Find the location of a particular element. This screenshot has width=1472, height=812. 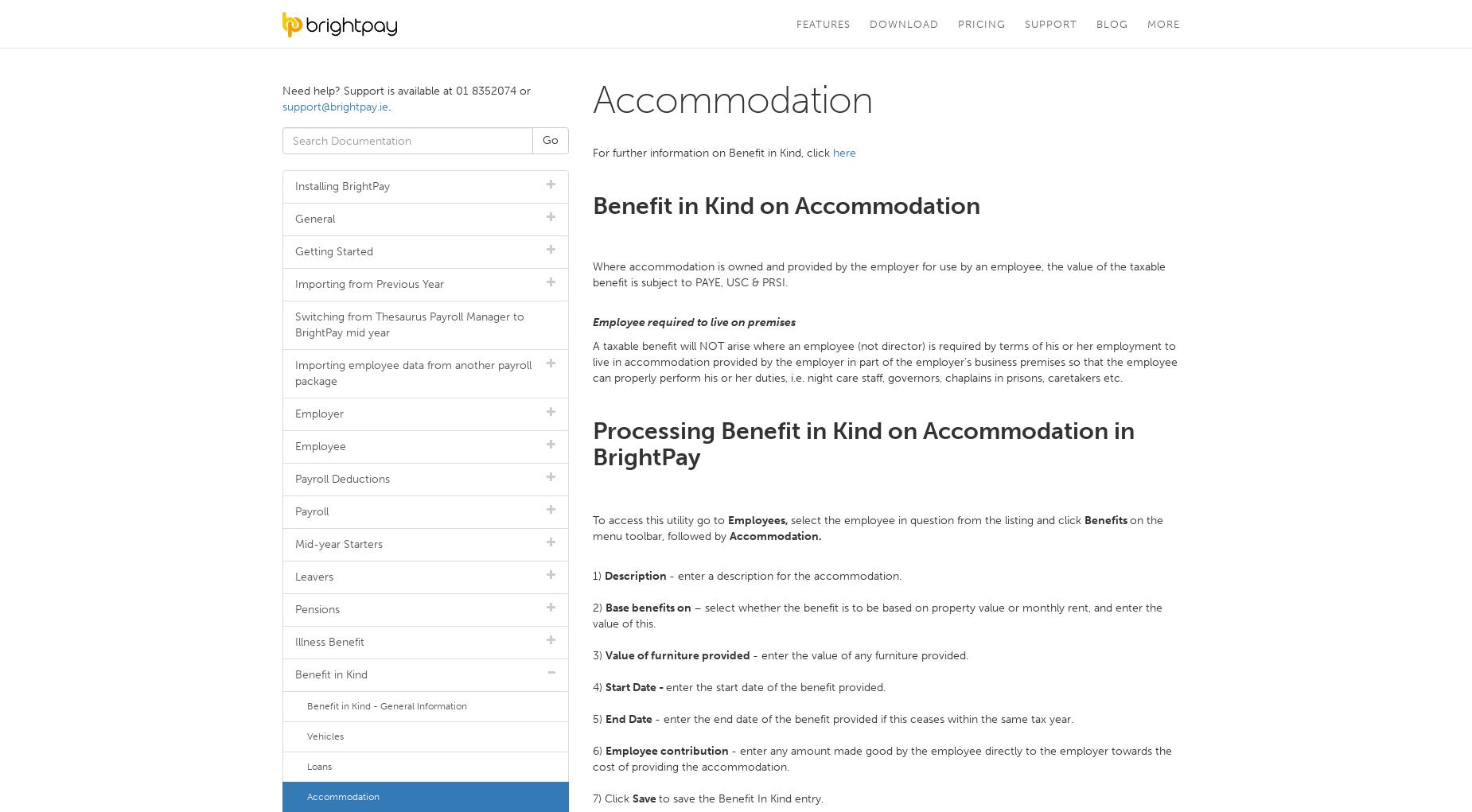

'Employee required to live on premises' is located at coordinates (592, 321).